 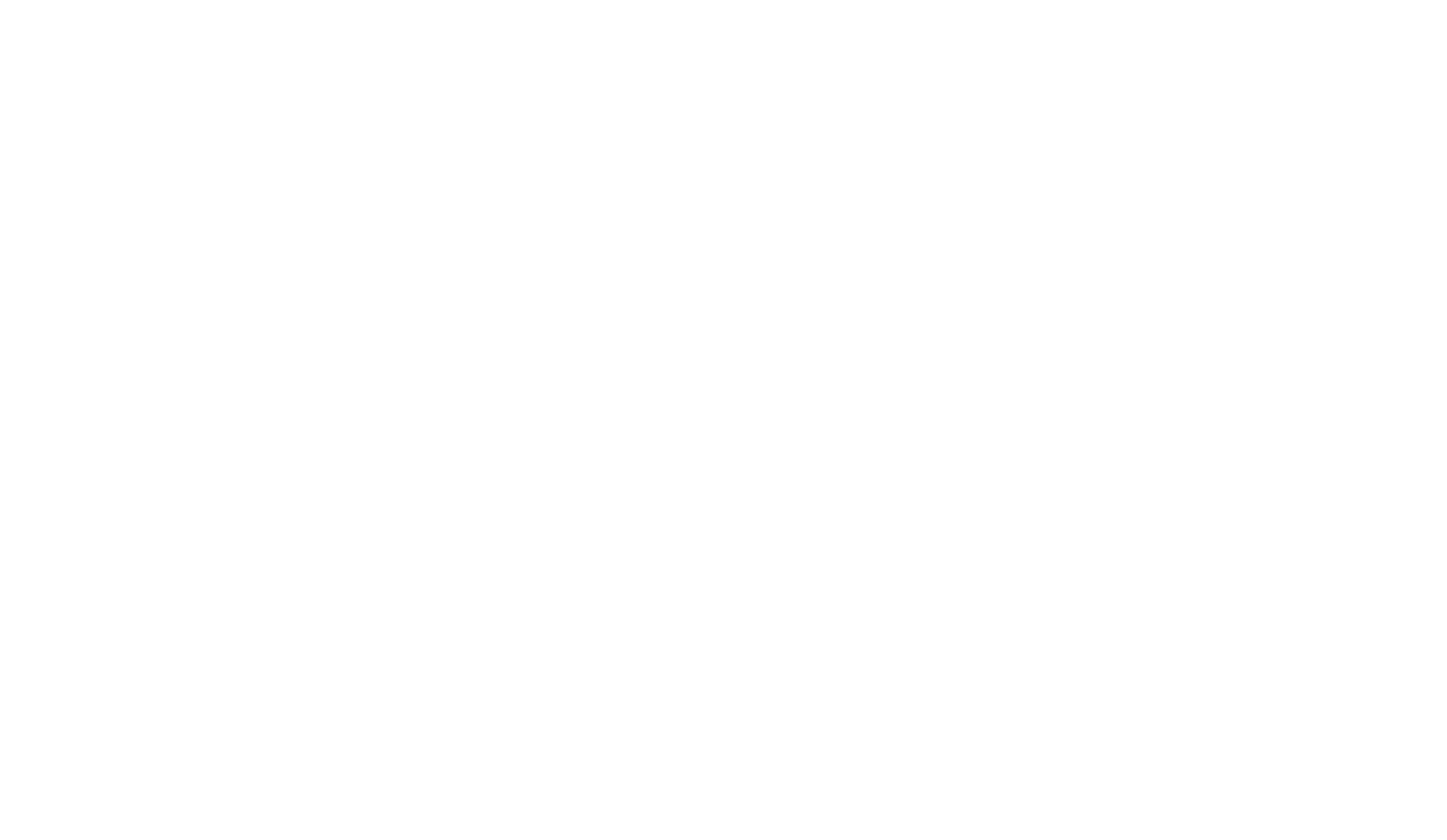 I want to click on 'Spotted par Roxanne', so click(x=722, y=178).